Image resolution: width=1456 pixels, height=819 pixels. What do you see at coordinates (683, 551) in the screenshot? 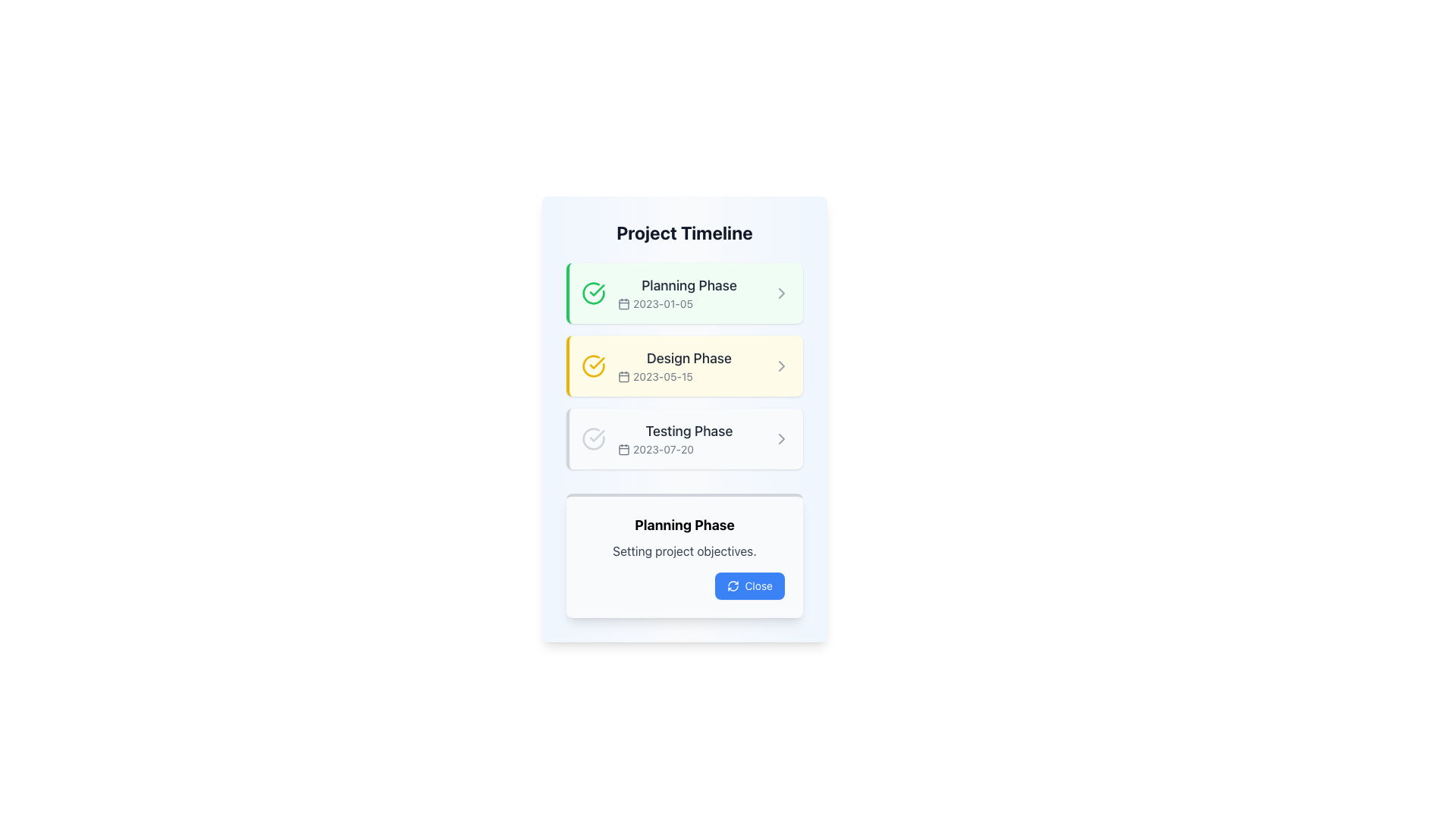
I see `the text label that displays descriptive details about the planning phase in the project timeline, located under the 'Planning Phase' heading` at bounding box center [683, 551].